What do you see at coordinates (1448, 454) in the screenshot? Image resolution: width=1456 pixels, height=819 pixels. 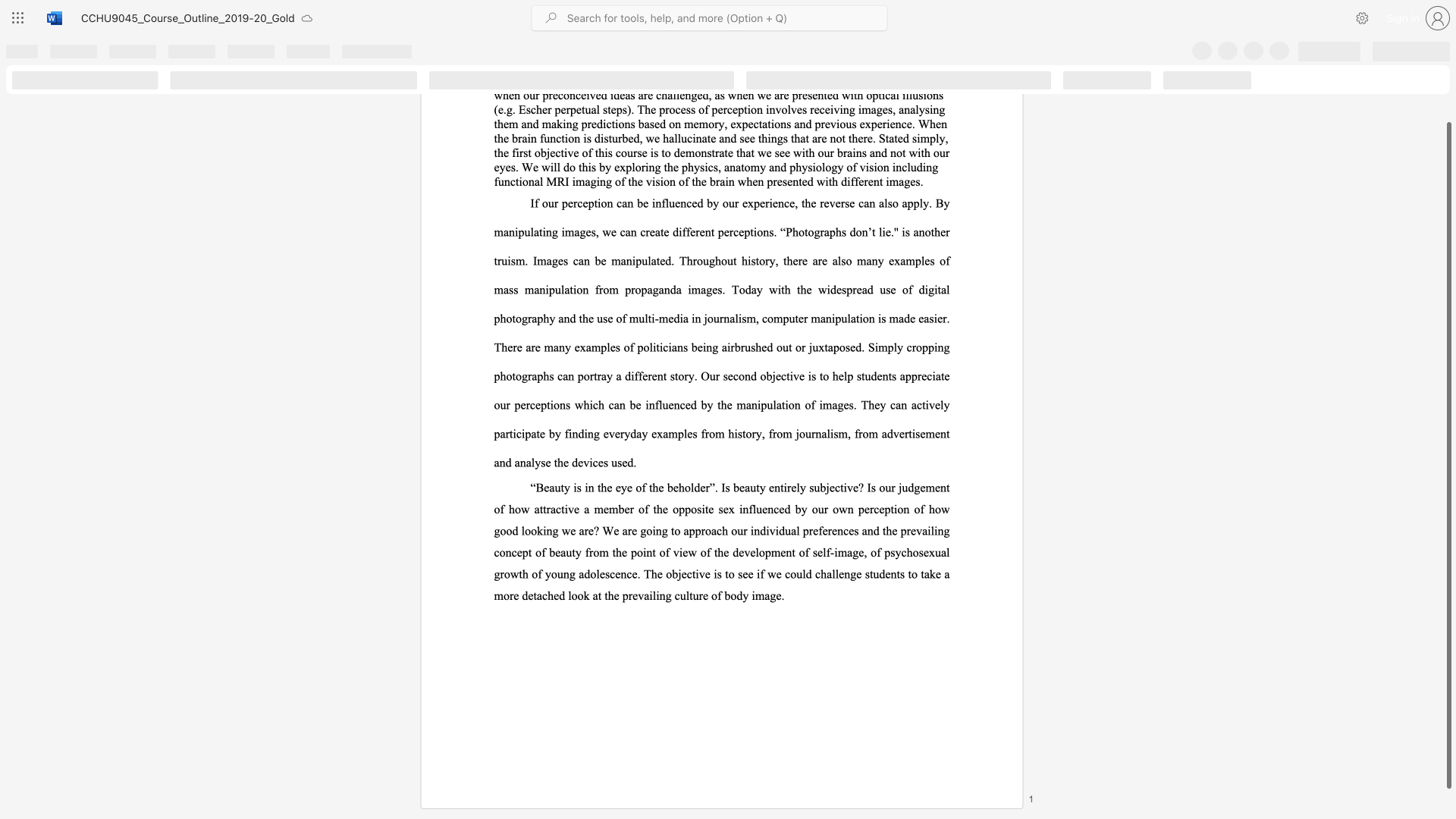 I see `the scrollbar and move down 10 pixels` at bounding box center [1448, 454].